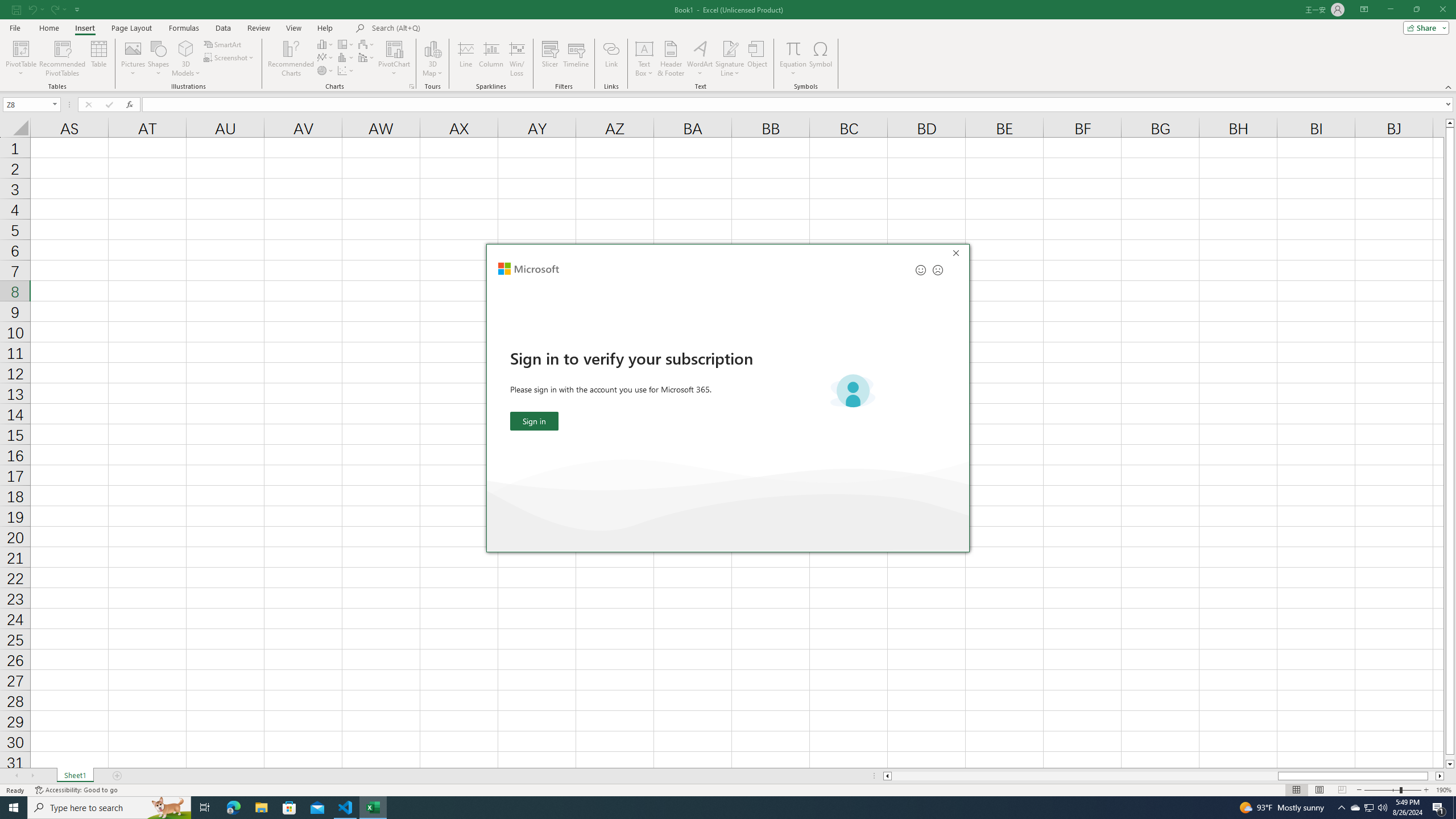  What do you see at coordinates (611, 59) in the screenshot?
I see `'Link'` at bounding box center [611, 59].